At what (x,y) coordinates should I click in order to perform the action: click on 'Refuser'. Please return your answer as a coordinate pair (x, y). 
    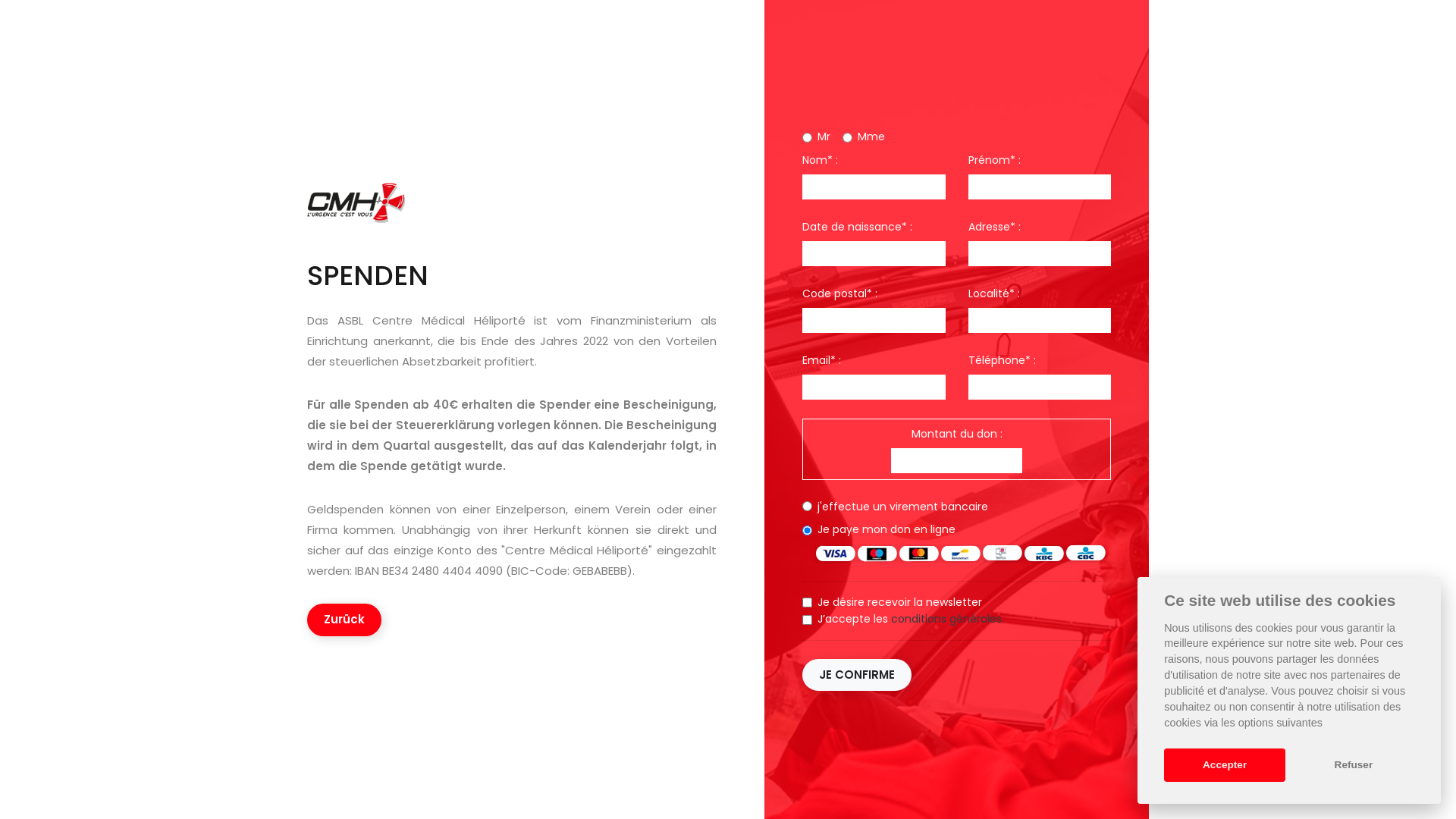
    Looking at the image, I should click on (1291, 765).